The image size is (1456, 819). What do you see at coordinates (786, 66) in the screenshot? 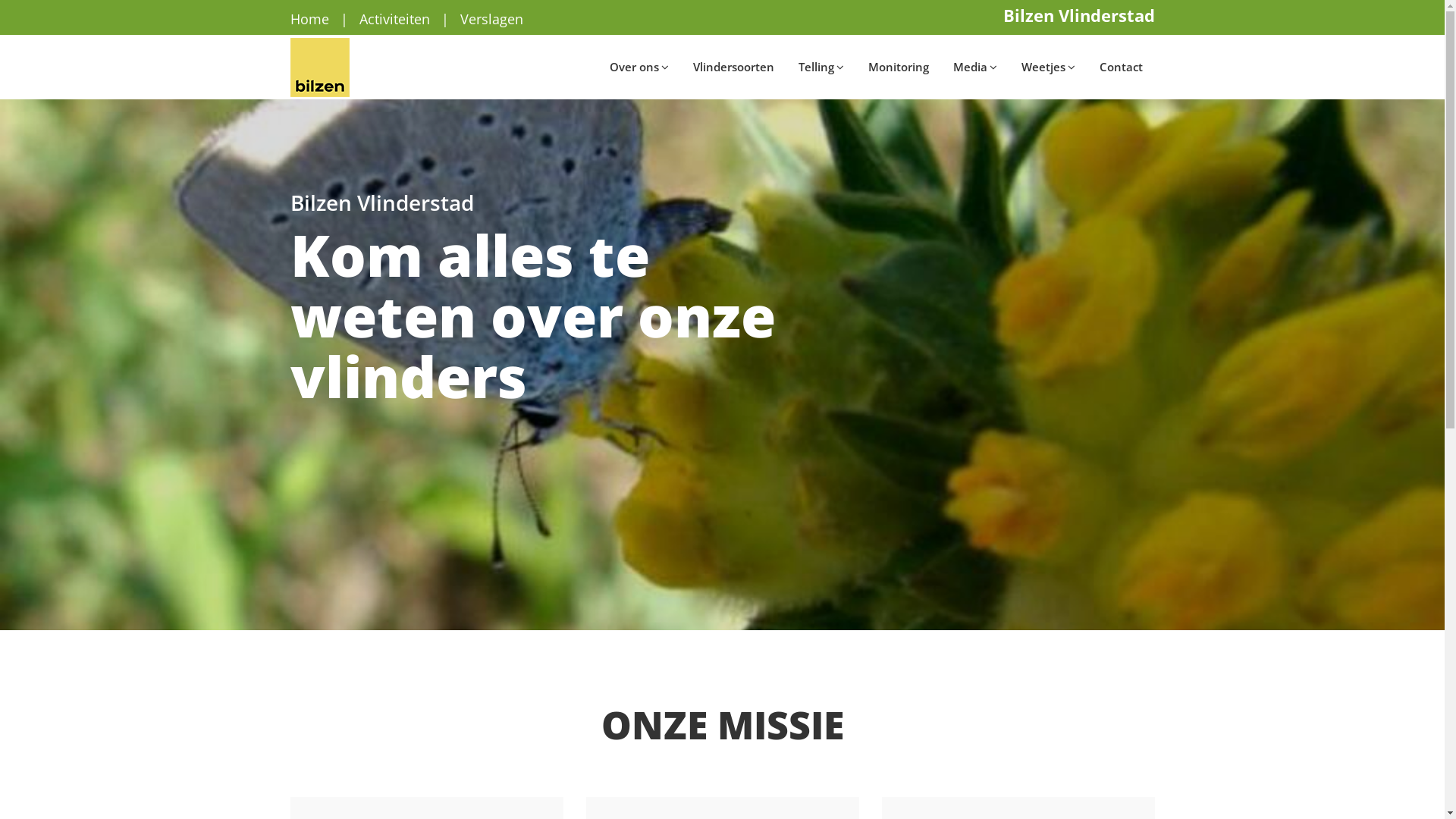
I see `'Telling'` at bounding box center [786, 66].